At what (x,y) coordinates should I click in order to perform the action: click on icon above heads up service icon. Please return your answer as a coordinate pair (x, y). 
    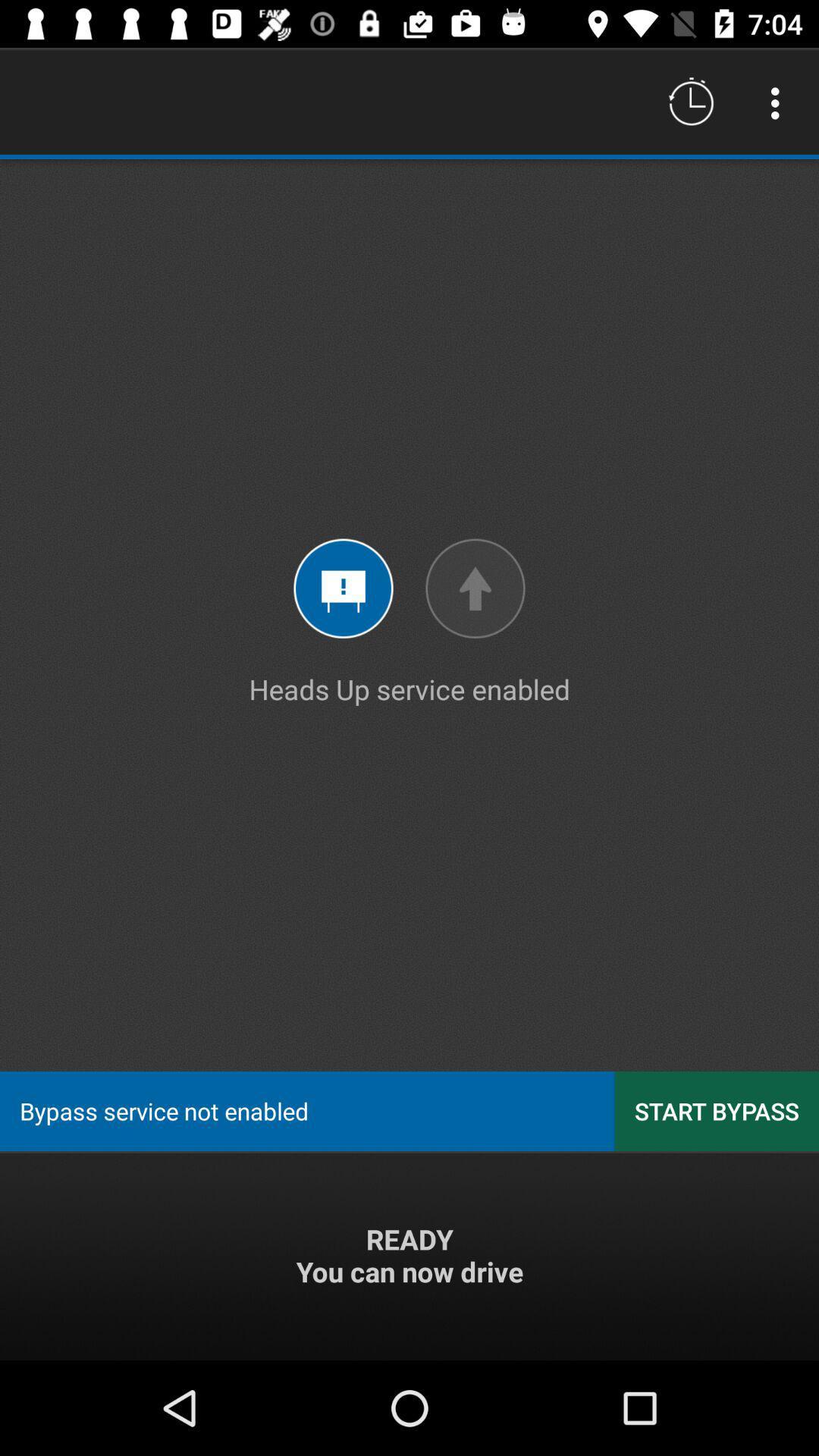
    Looking at the image, I should click on (779, 102).